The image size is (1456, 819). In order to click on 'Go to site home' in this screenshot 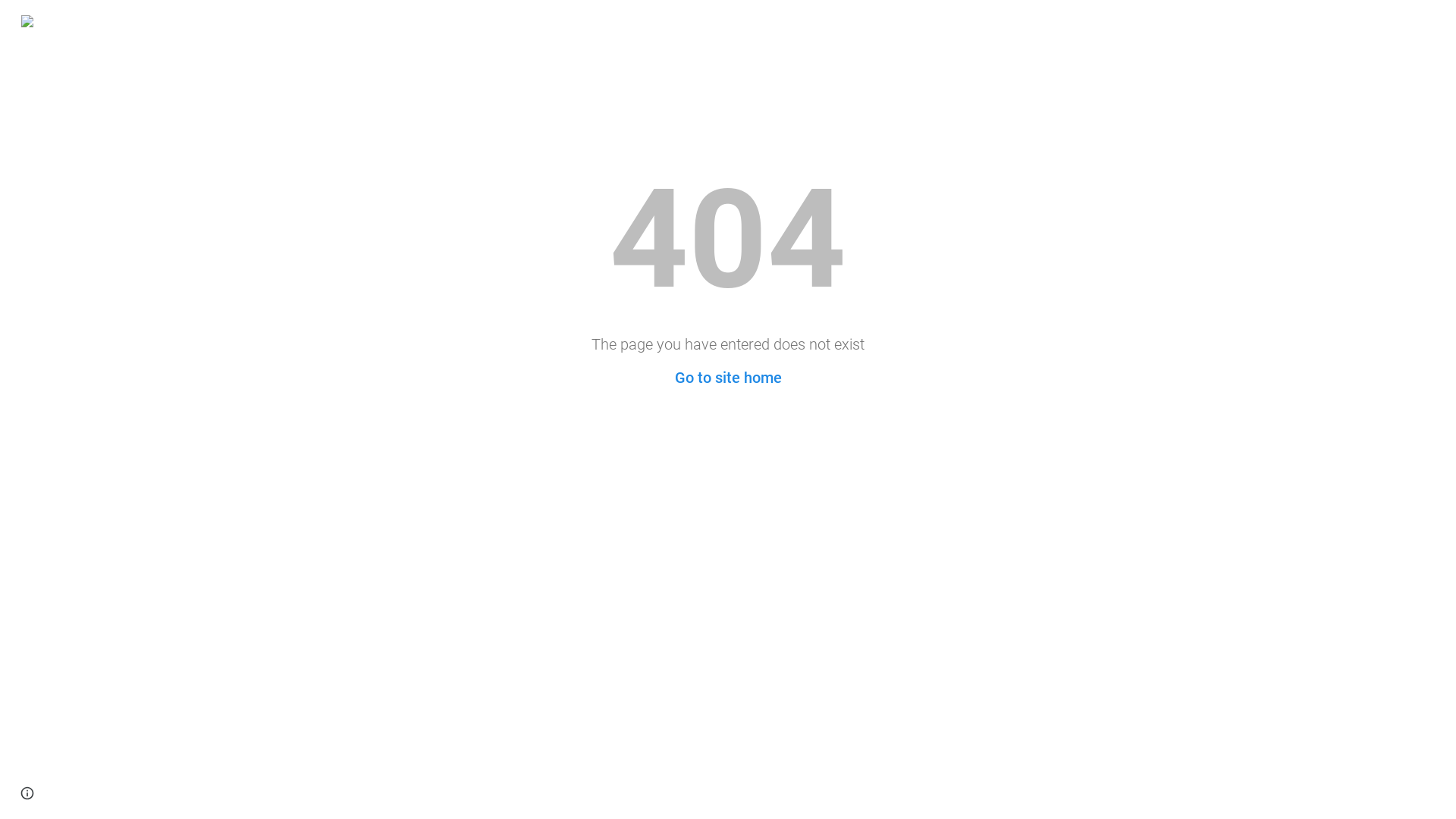, I will do `click(728, 376)`.